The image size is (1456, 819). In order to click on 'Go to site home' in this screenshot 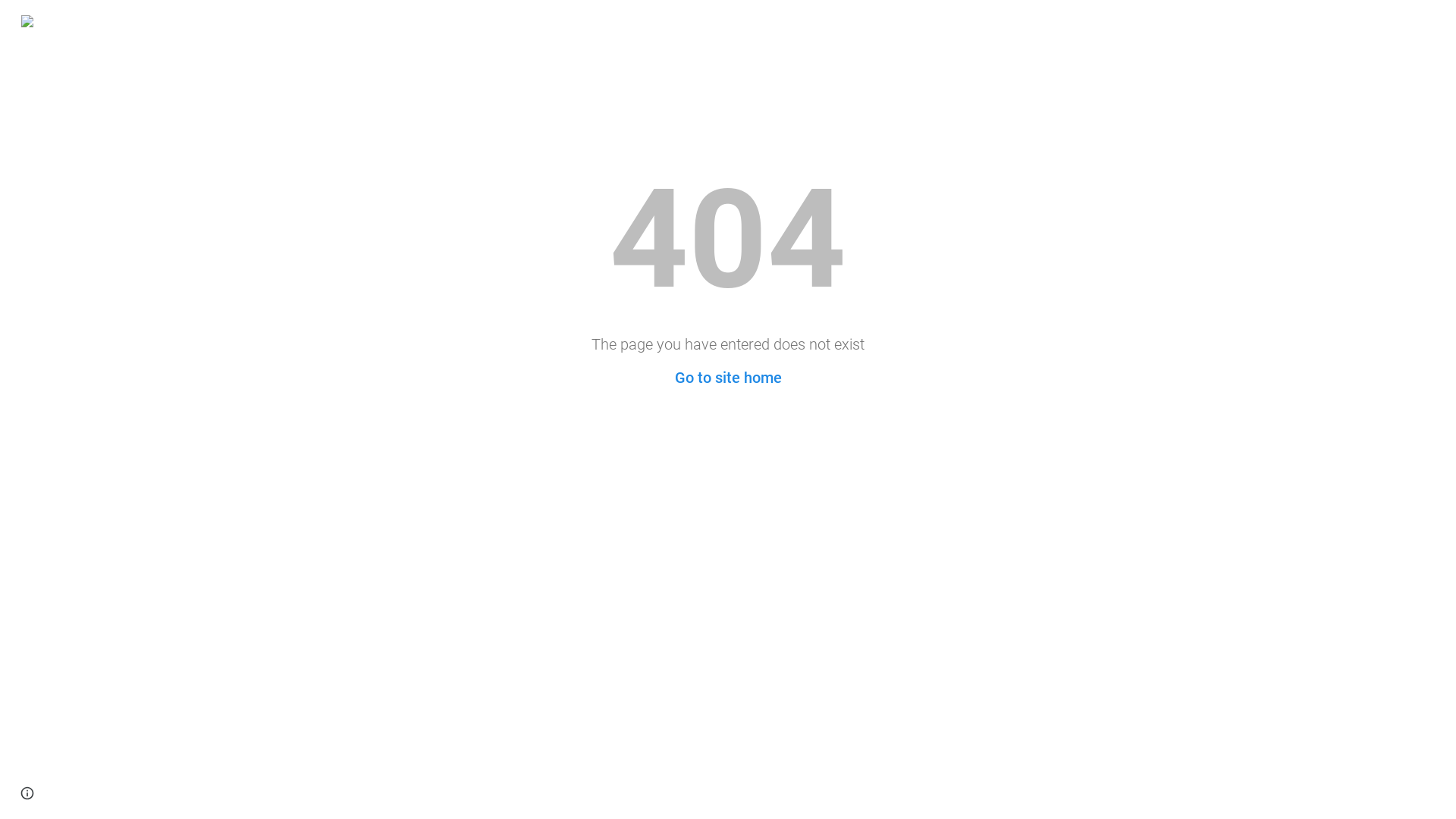, I will do `click(728, 376)`.